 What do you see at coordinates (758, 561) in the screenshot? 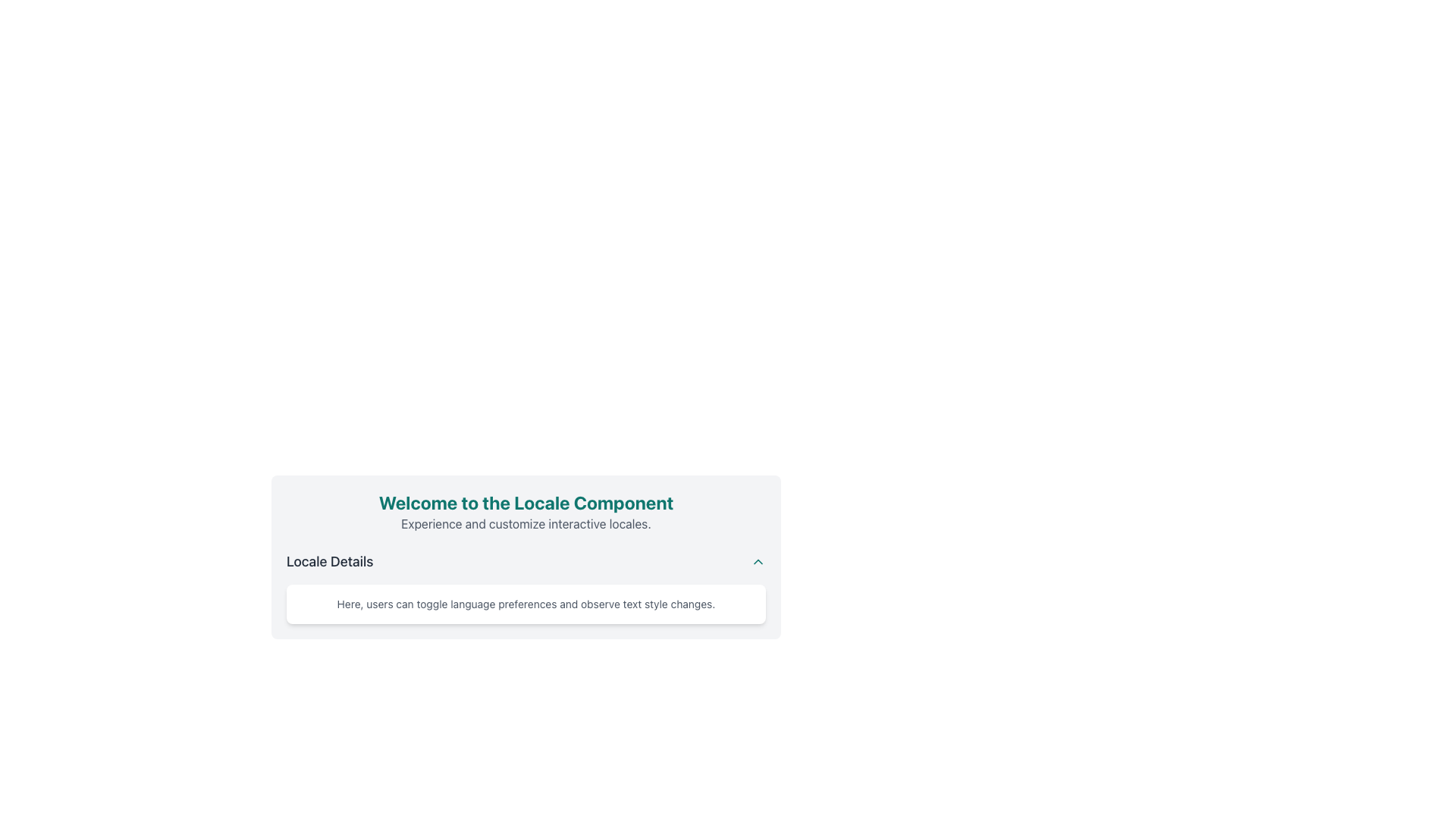
I see `the small teal upward-facing chevron icon located in the top-right corner of the 'Locale Details' section to get more information` at bounding box center [758, 561].